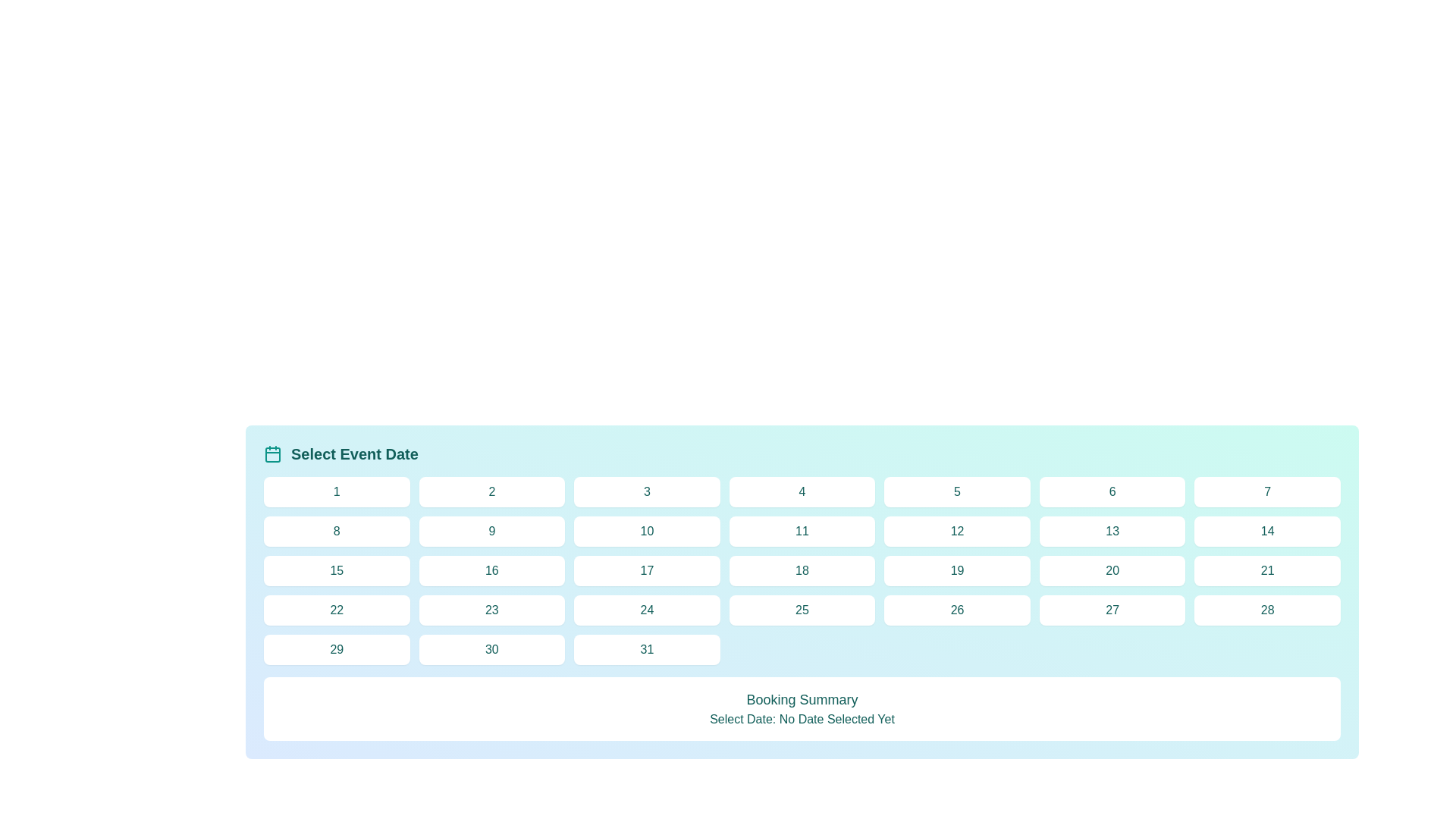 This screenshot has height=819, width=1456. Describe the element at coordinates (491, 531) in the screenshot. I see `the button labeled '9'` at that location.